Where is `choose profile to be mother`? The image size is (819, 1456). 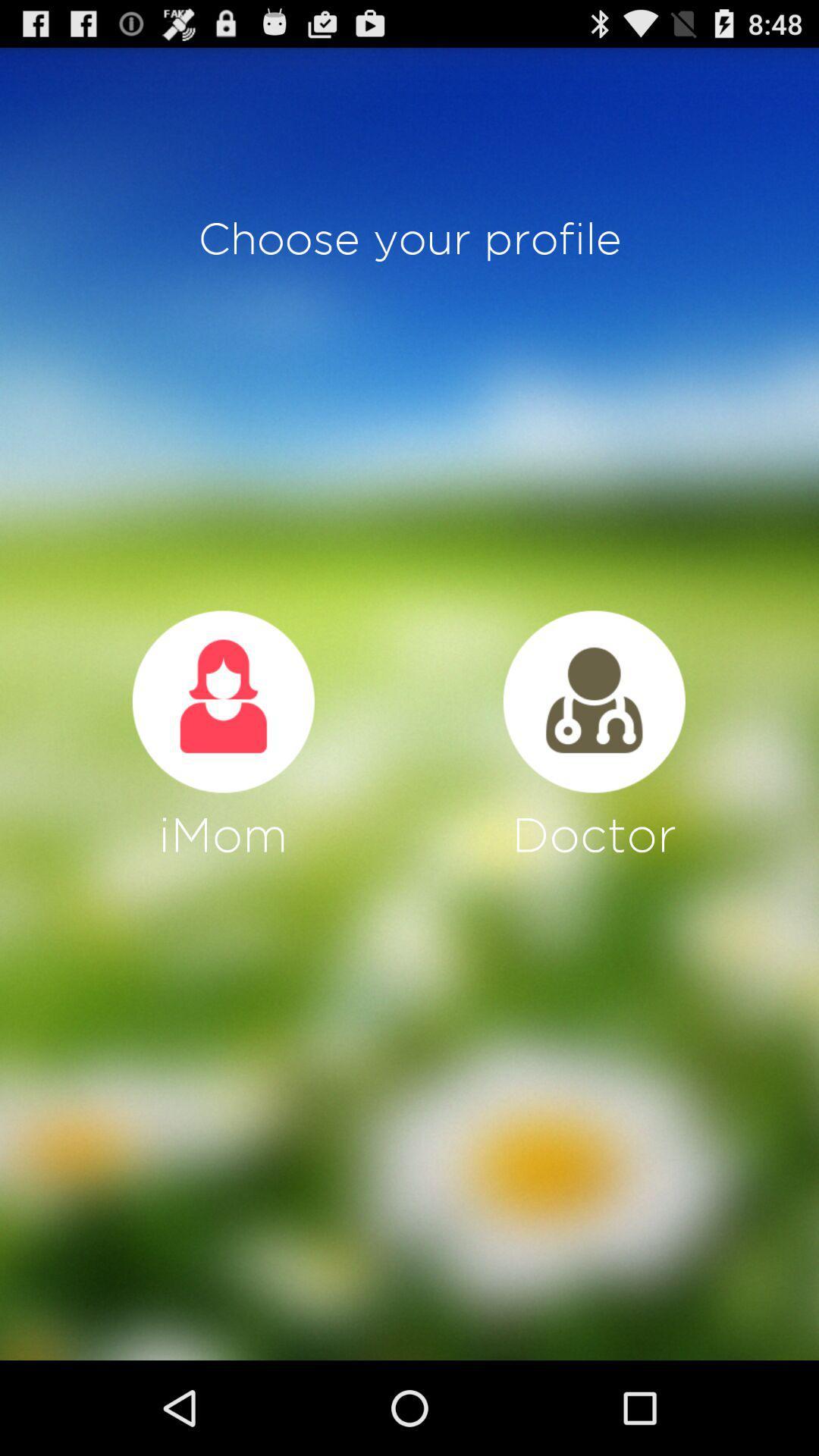 choose profile to be mother is located at coordinates (223, 701).